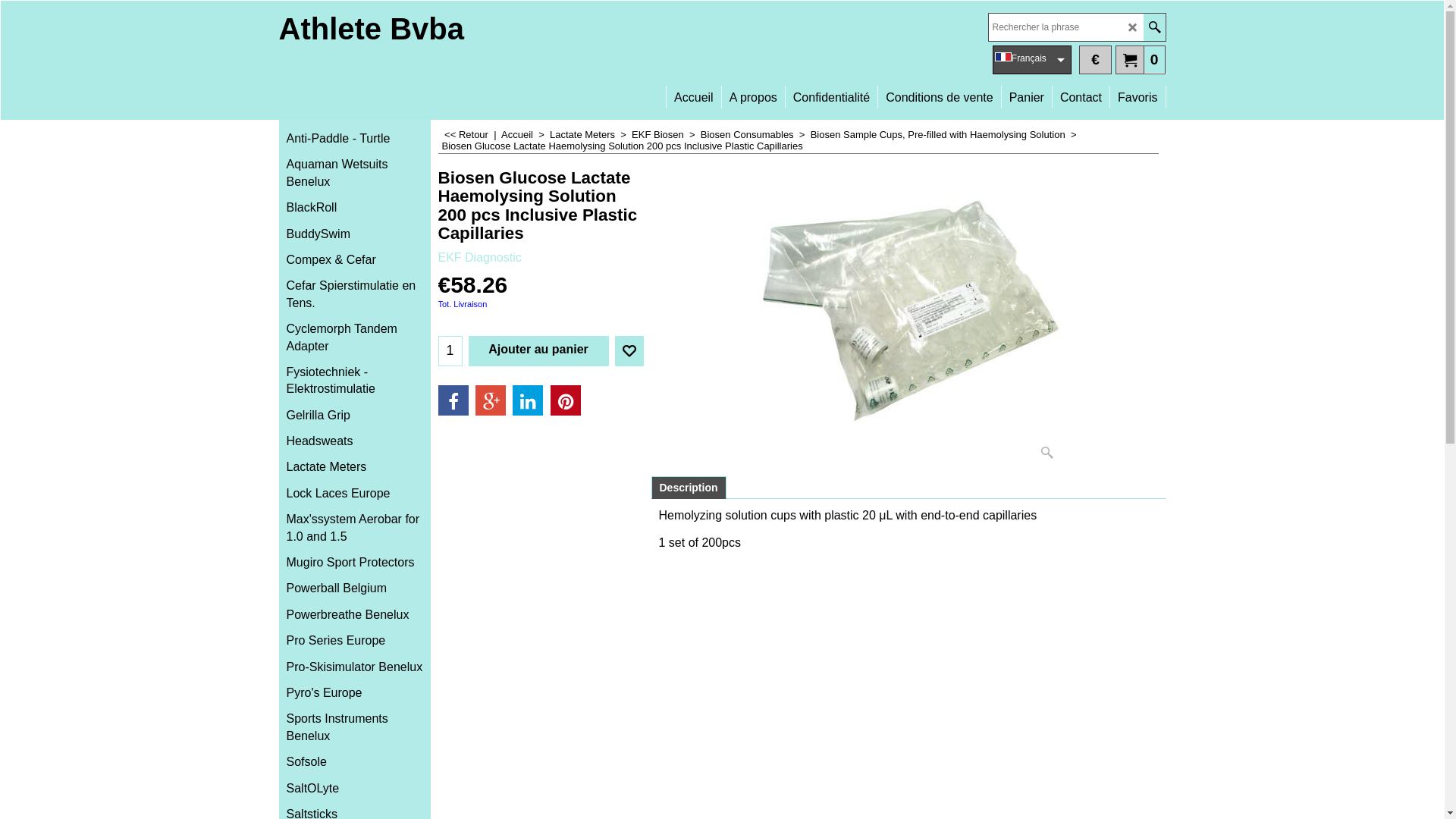 The image size is (1456, 819). I want to click on 'Ajouter au panier', so click(538, 350).